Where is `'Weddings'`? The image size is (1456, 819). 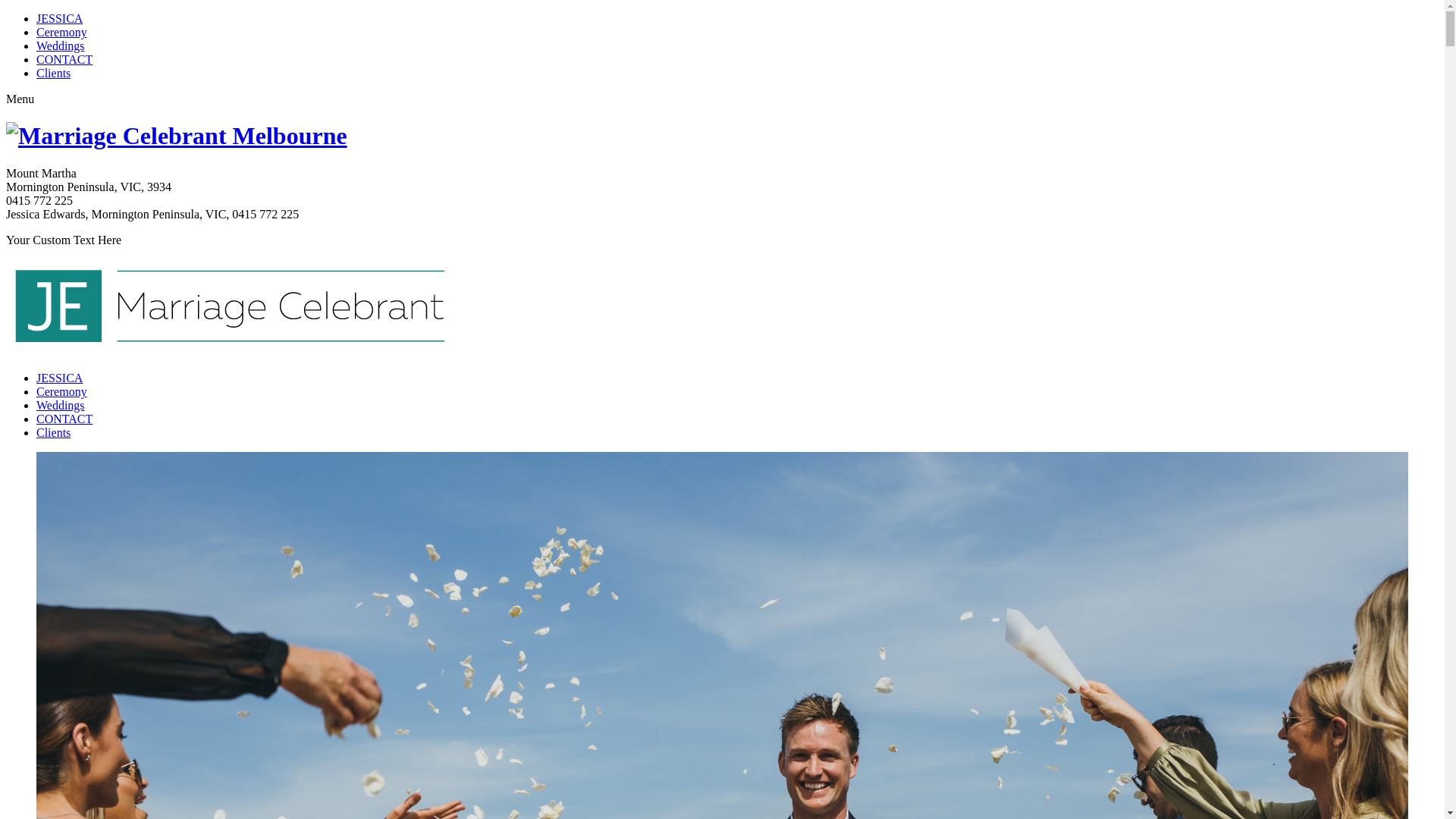 'Weddings' is located at coordinates (61, 45).